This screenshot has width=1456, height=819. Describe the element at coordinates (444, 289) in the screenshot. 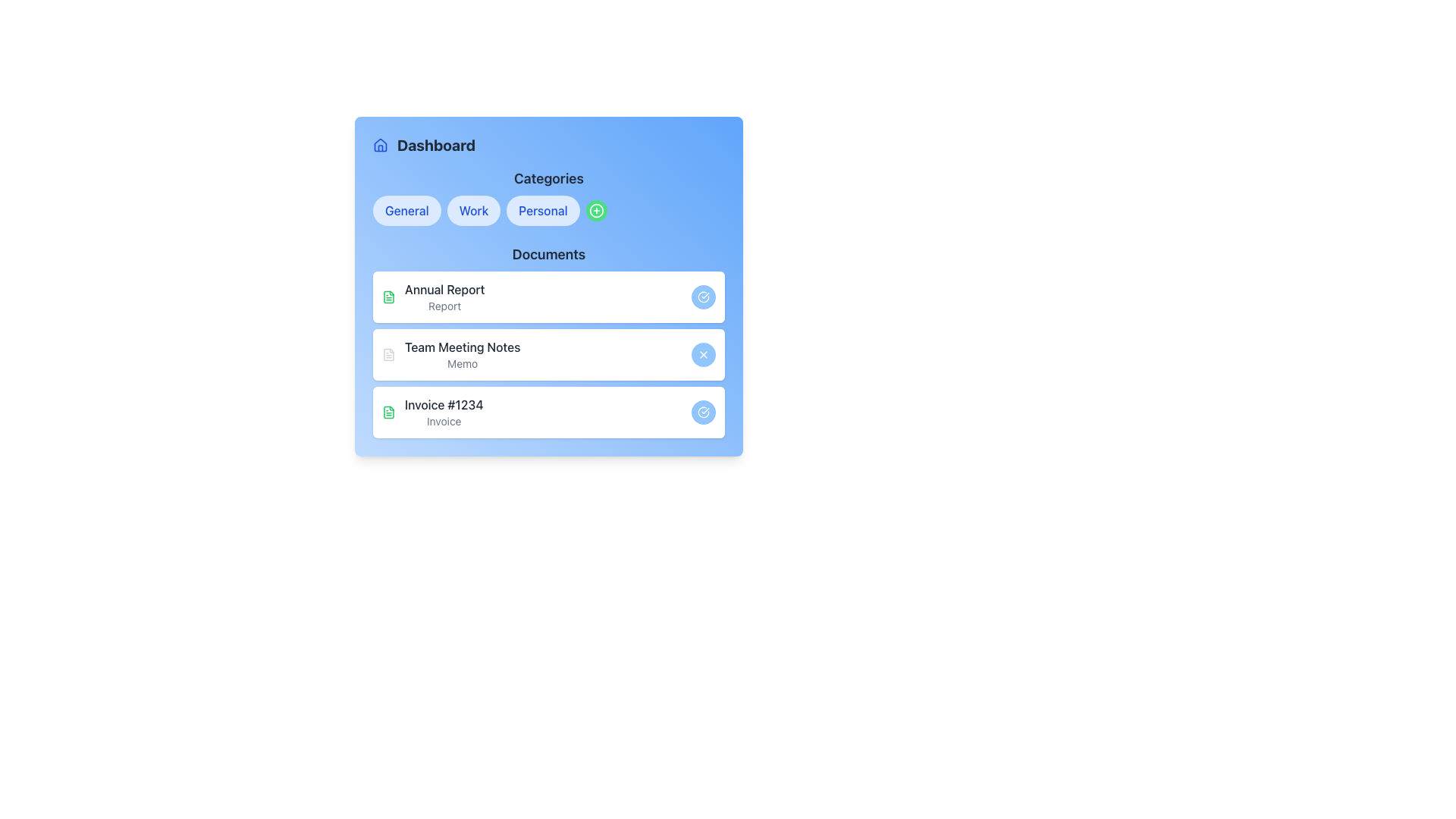

I see `text element identified as 'Annual Report', which is the title of the document located in the first document card under the 'Documents' header` at that location.